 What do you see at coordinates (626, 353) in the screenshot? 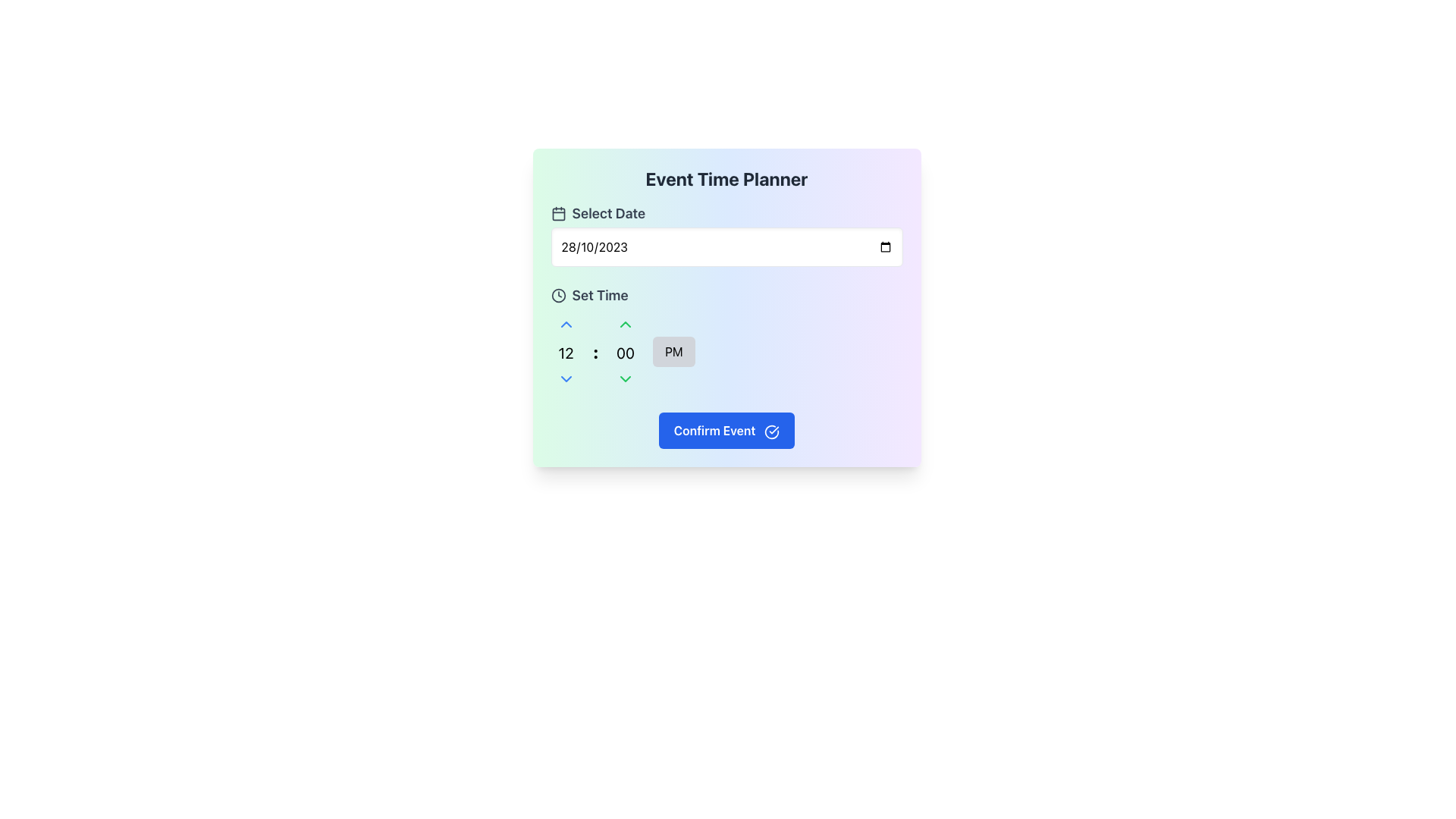
I see `the Text Display element showing '00' which is part of the time-setting interface under the 'Set Time' label` at bounding box center [626, 353].